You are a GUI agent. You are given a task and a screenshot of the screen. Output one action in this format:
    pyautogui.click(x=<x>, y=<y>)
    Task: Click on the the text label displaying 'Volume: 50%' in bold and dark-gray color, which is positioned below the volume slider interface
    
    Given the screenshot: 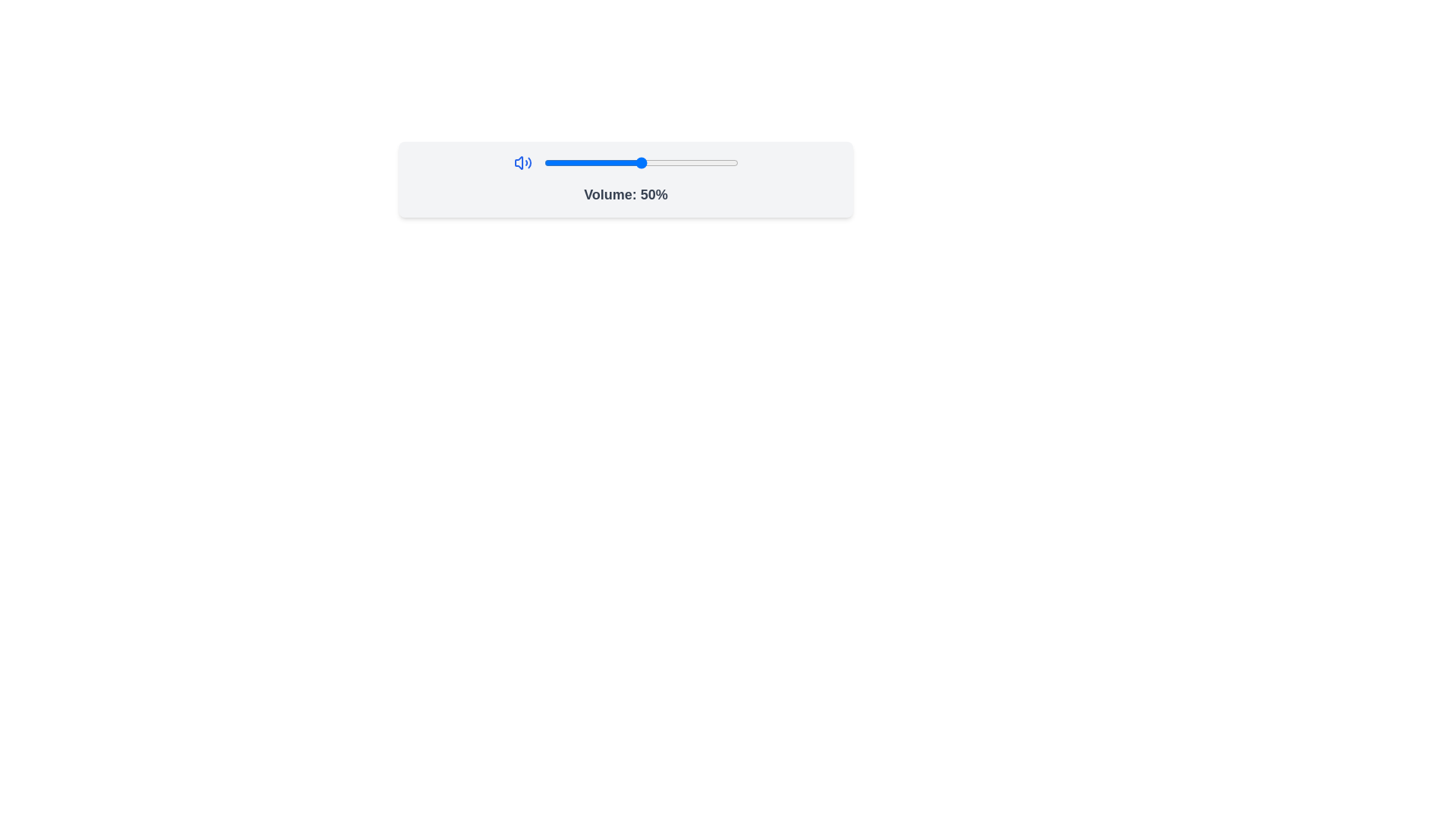 What is the action you would take?
    pyautogui.click(x=626, y=194)
    